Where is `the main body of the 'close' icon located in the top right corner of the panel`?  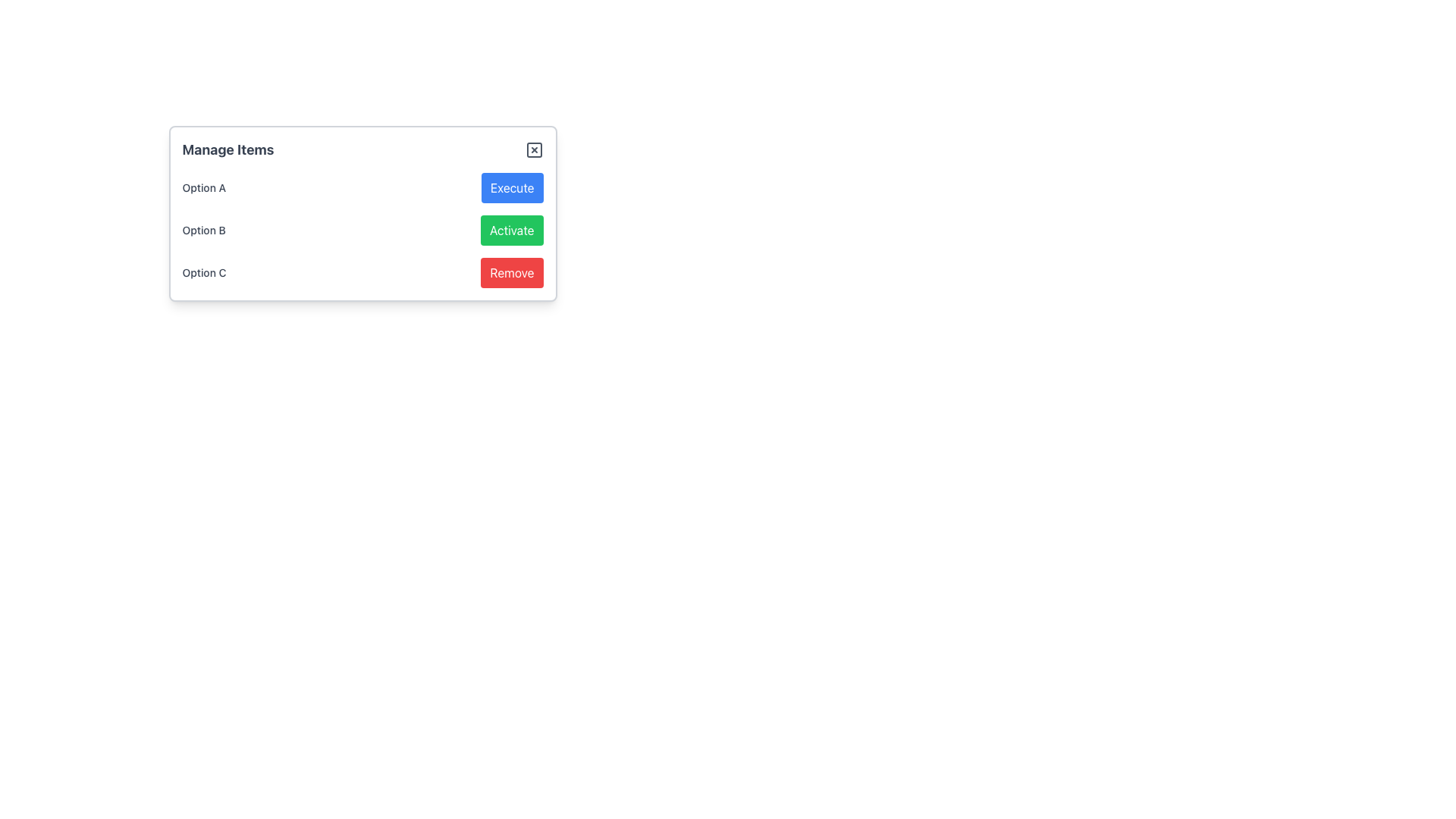 the main body of the 'close' icon located in the top right corner of the panel is located at coordinates (534, 149).